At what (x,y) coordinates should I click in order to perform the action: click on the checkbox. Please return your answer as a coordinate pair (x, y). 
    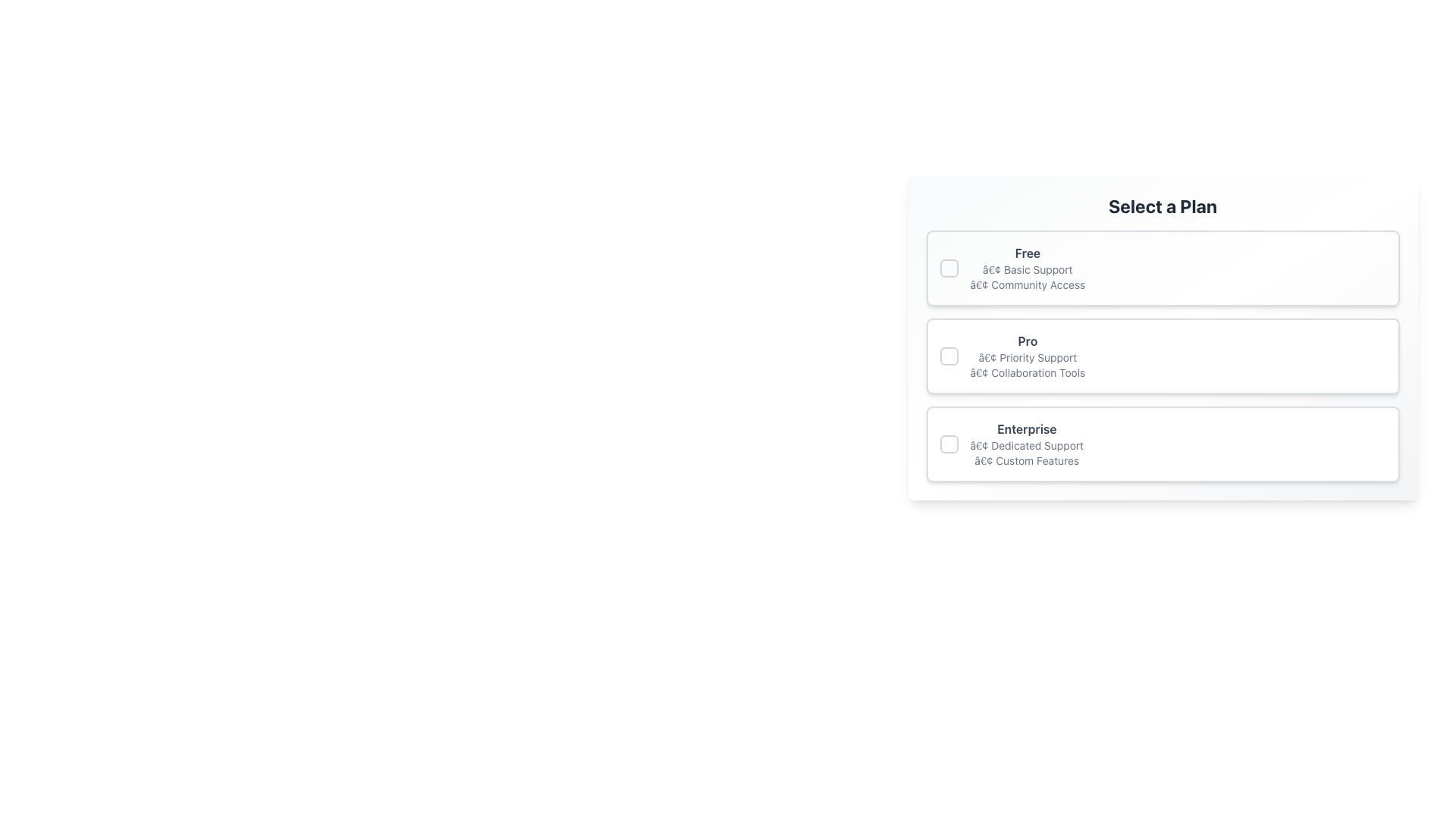
    Looking at the image, I should click on (948, 444).